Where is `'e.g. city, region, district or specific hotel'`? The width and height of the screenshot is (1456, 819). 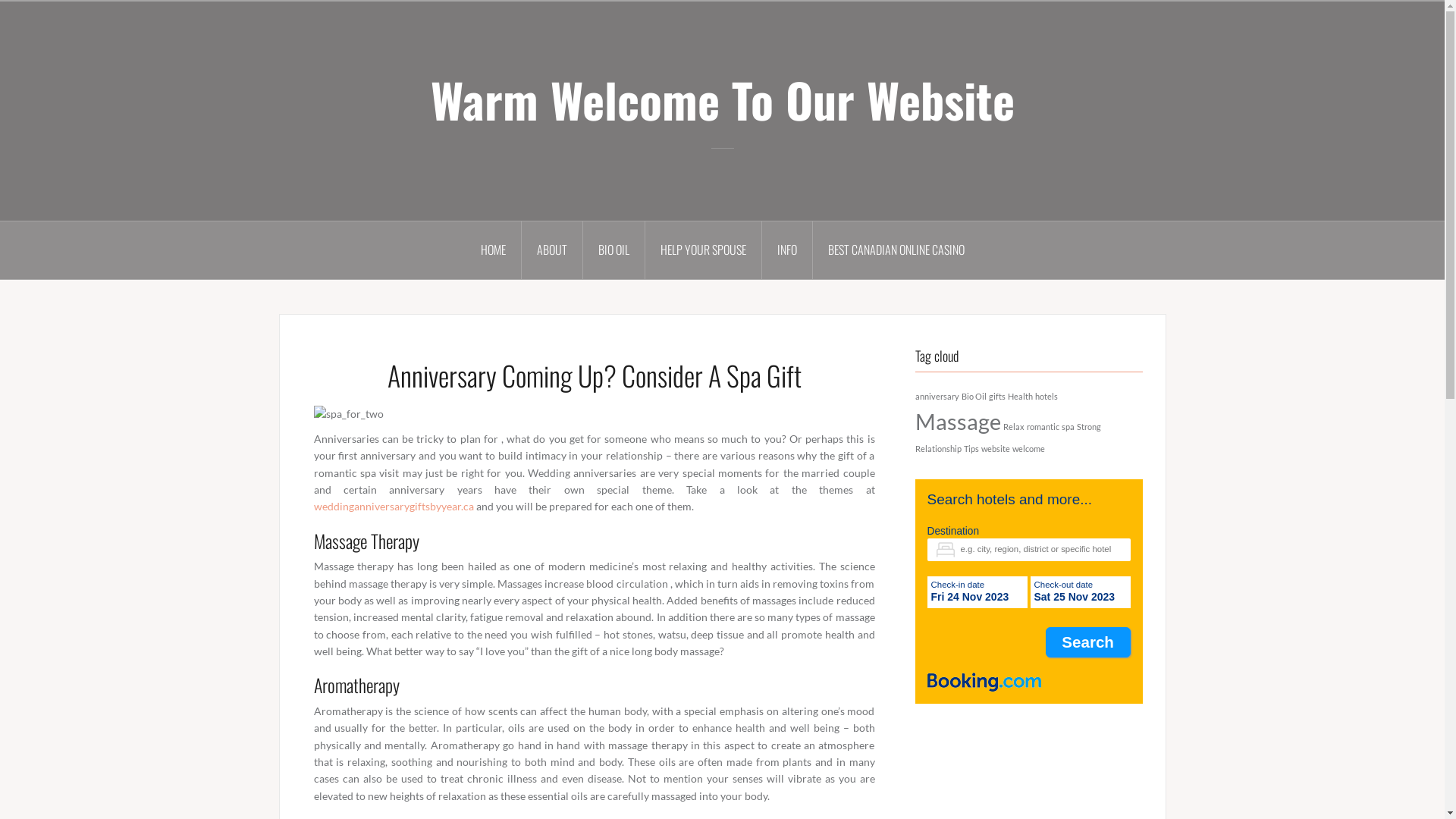
'e.g. city, region, district or specific hotel' is located at coordinates (1028, 550).